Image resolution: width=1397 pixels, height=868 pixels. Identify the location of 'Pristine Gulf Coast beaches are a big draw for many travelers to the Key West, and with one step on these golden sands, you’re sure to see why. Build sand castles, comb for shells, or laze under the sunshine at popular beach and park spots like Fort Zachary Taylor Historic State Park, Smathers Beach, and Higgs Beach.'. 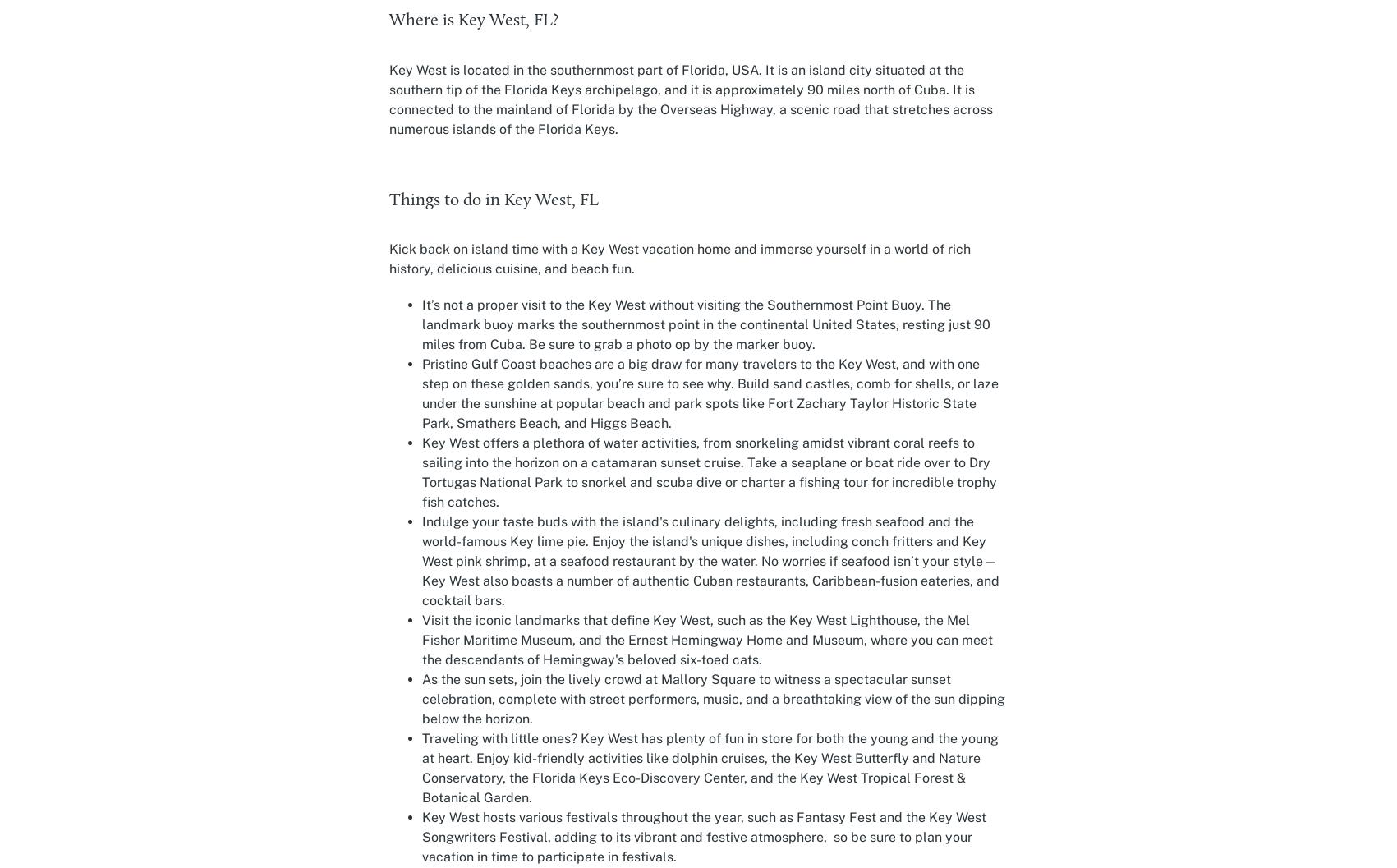
(421, 393).